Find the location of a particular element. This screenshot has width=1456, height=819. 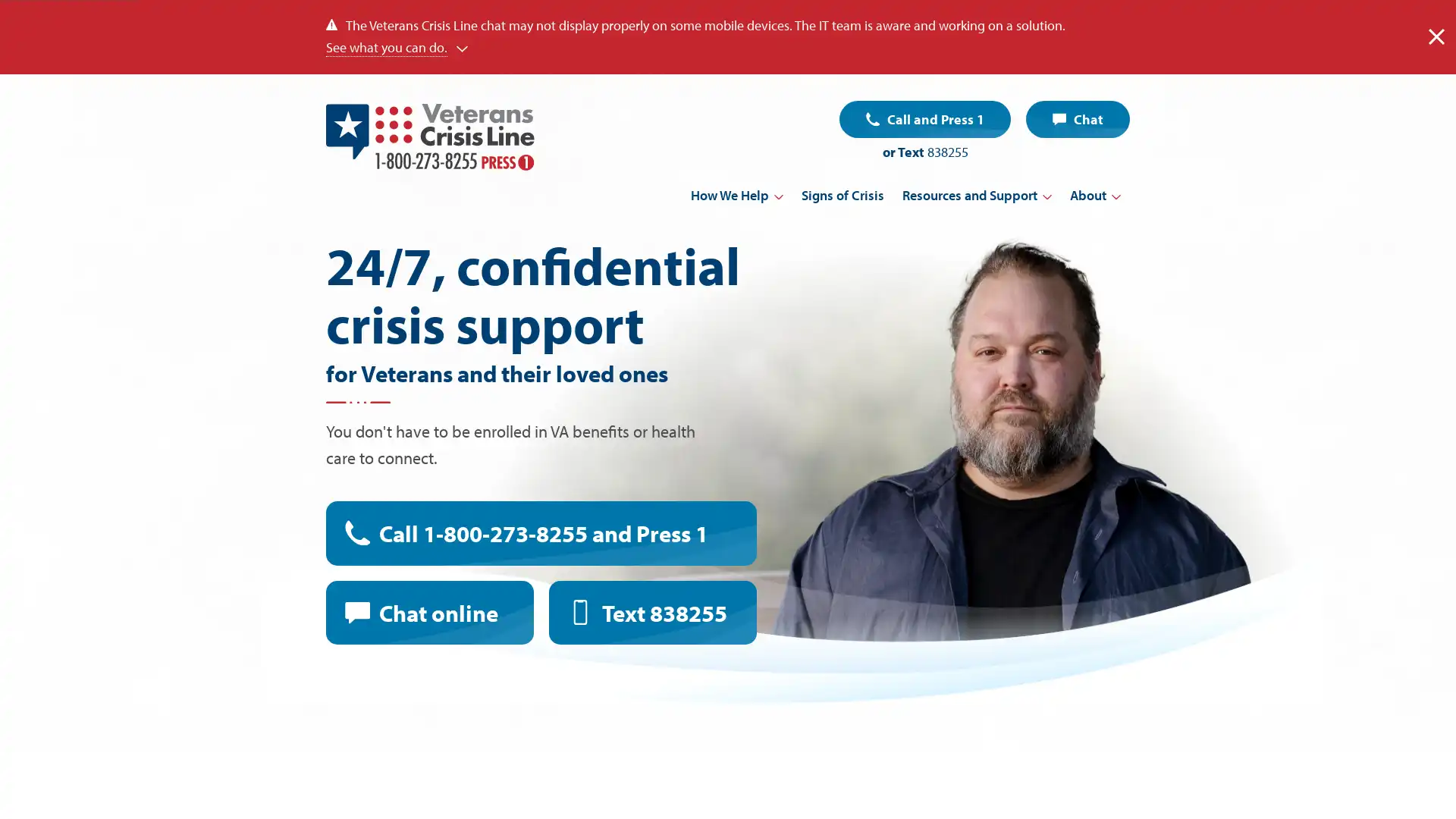

Close Banner is located at coordinates (1436, 36).